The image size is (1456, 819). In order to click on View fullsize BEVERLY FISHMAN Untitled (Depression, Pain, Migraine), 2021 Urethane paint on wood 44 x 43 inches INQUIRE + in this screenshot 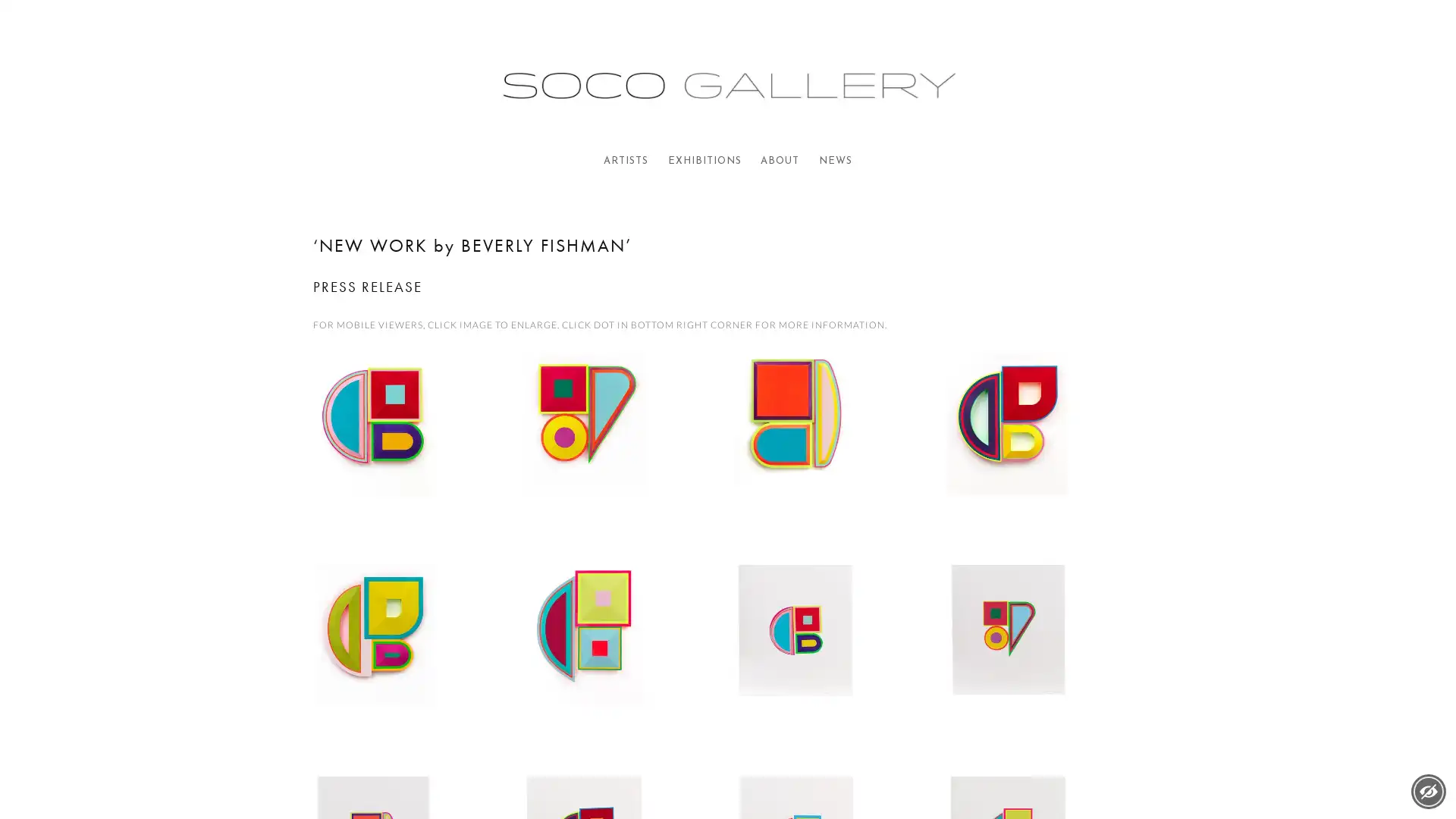, I will do `click(622, 450)`.